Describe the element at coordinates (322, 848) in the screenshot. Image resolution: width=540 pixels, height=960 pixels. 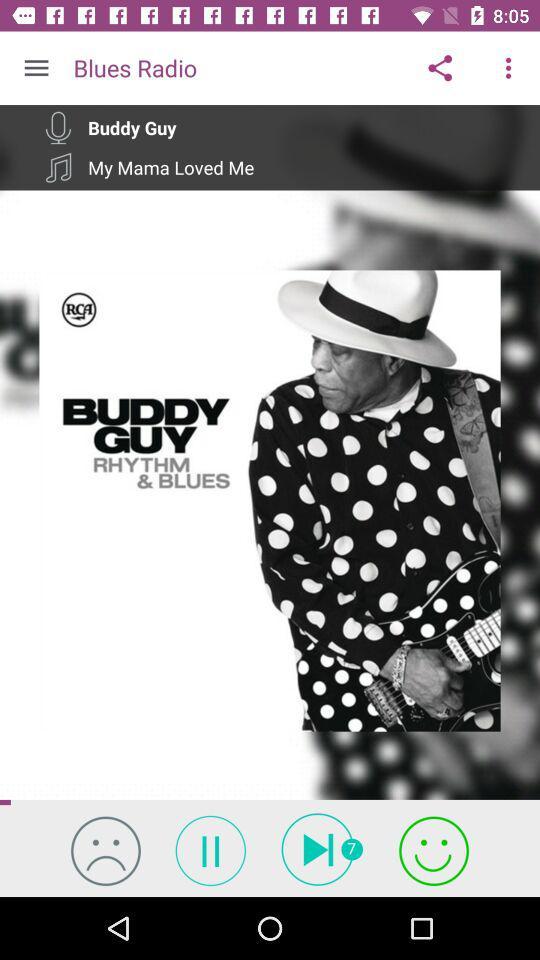
I see `the skip_next icon` at that location.